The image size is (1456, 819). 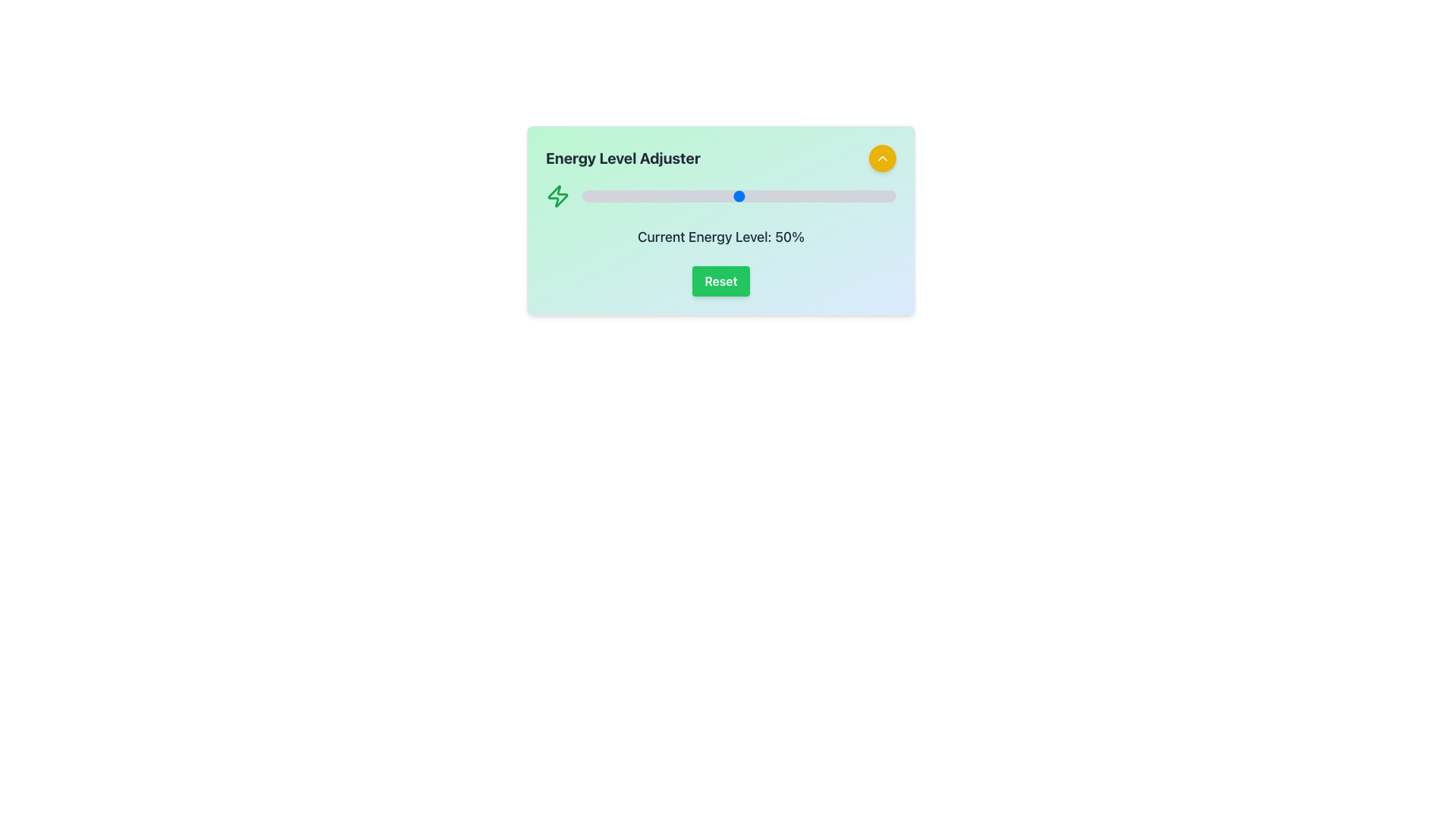 I want to click on the energy level, so click(x=648, y=195).